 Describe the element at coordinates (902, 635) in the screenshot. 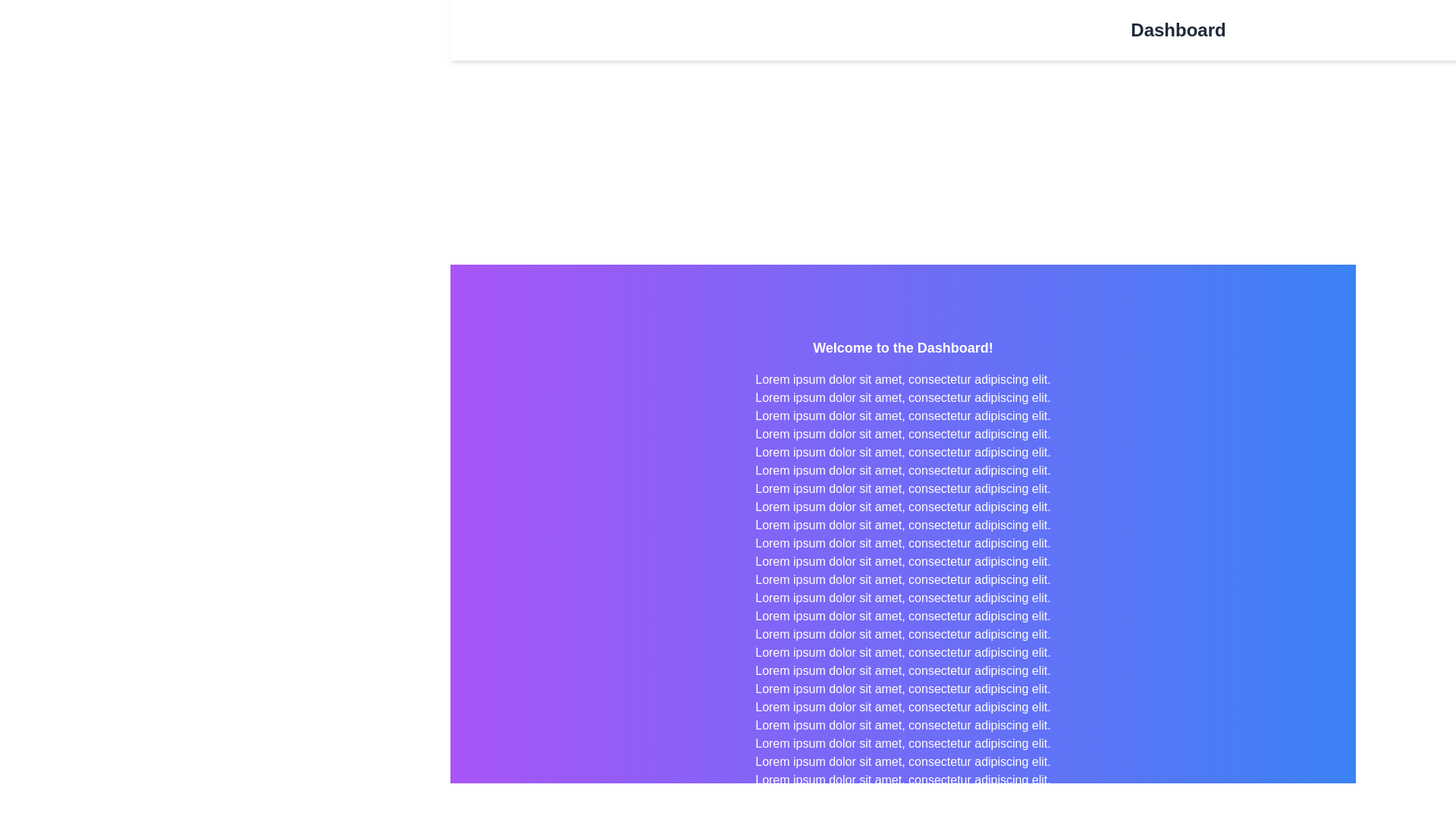

I see `the 16th text item in the vertically aligned list that displays static content, located below the title 'Welcome to the Dashboard!'` at that location.